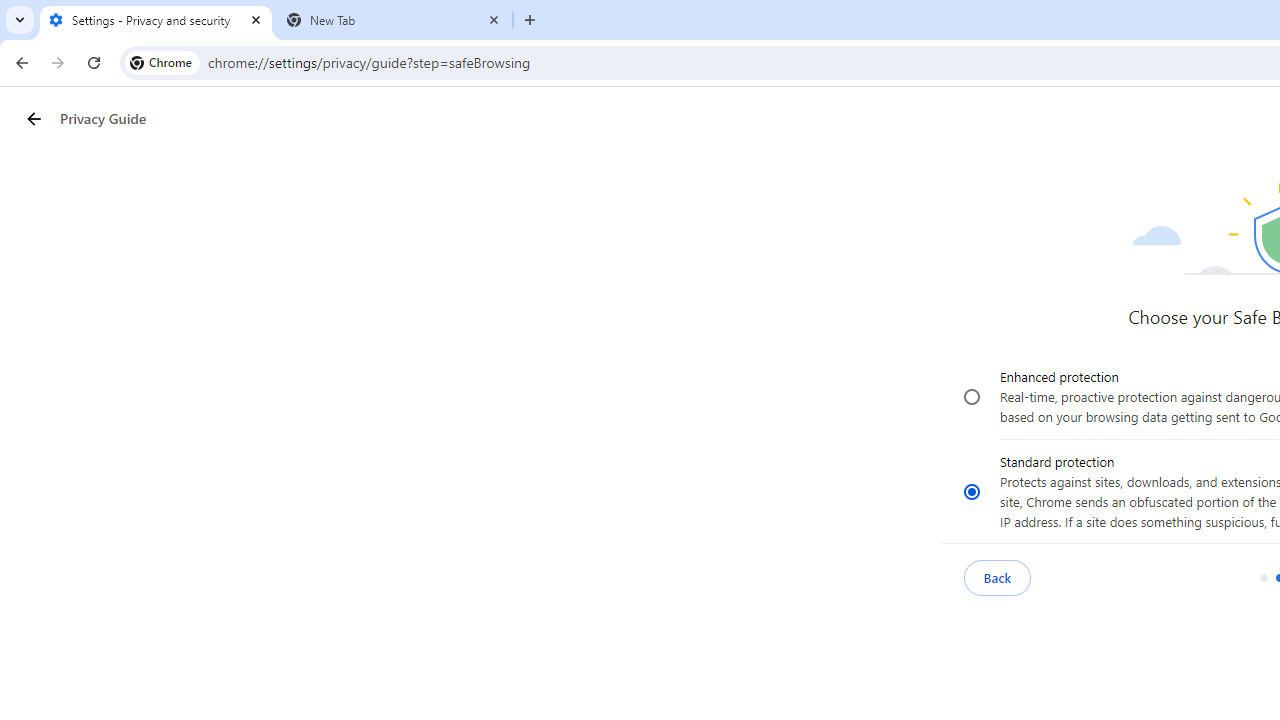 The width and height of the screenshot is (1280, 720). What do you see at coordinates (155, 20) in the screenshot?
I see `'Settings - Privacy and security'` at bounding box center [155, 20].